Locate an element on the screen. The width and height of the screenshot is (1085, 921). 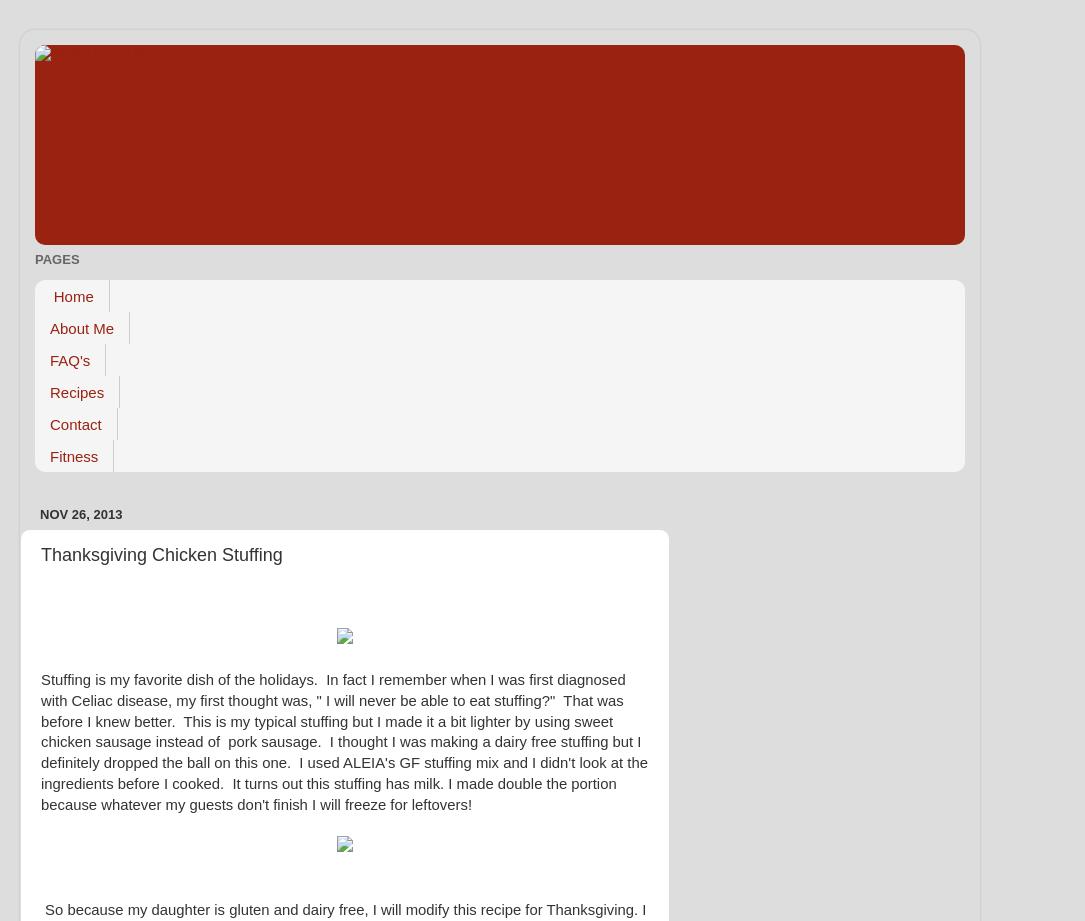
'FAQ's' is located at coordinates (69, 359).